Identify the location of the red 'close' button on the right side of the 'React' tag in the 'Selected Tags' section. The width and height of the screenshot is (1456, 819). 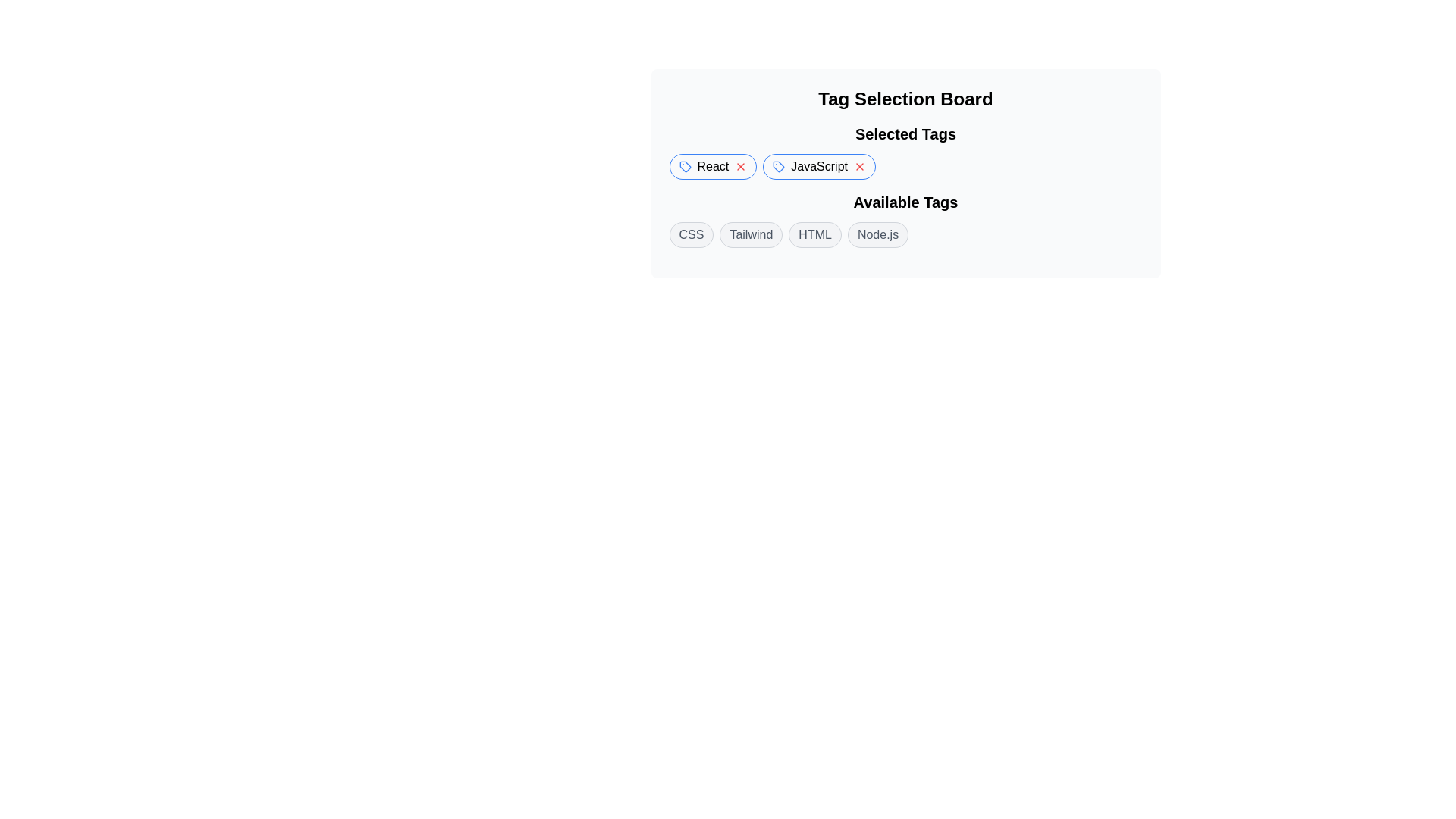
(741, 166).